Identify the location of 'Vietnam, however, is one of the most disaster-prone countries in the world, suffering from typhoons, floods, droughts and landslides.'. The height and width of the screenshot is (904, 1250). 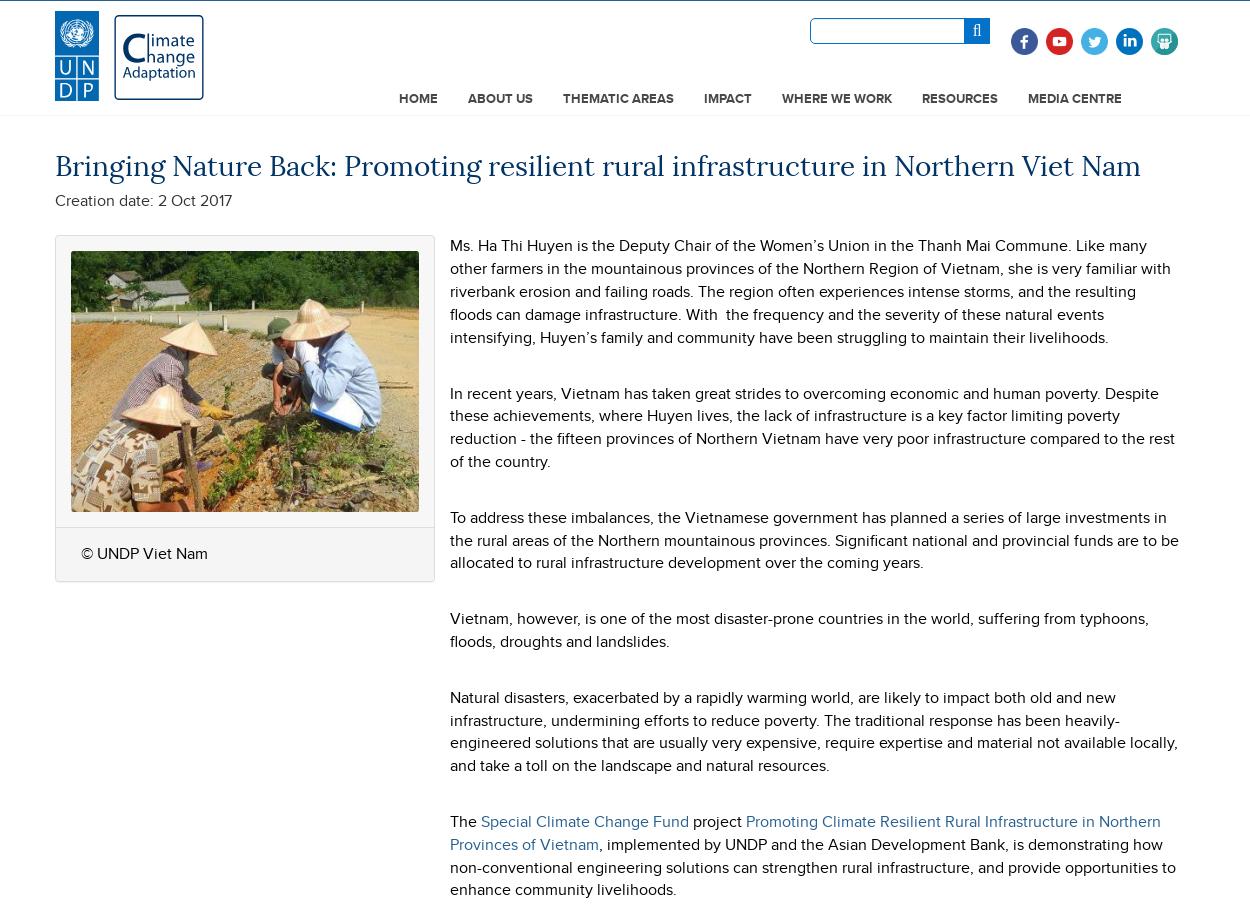
(799, 629).